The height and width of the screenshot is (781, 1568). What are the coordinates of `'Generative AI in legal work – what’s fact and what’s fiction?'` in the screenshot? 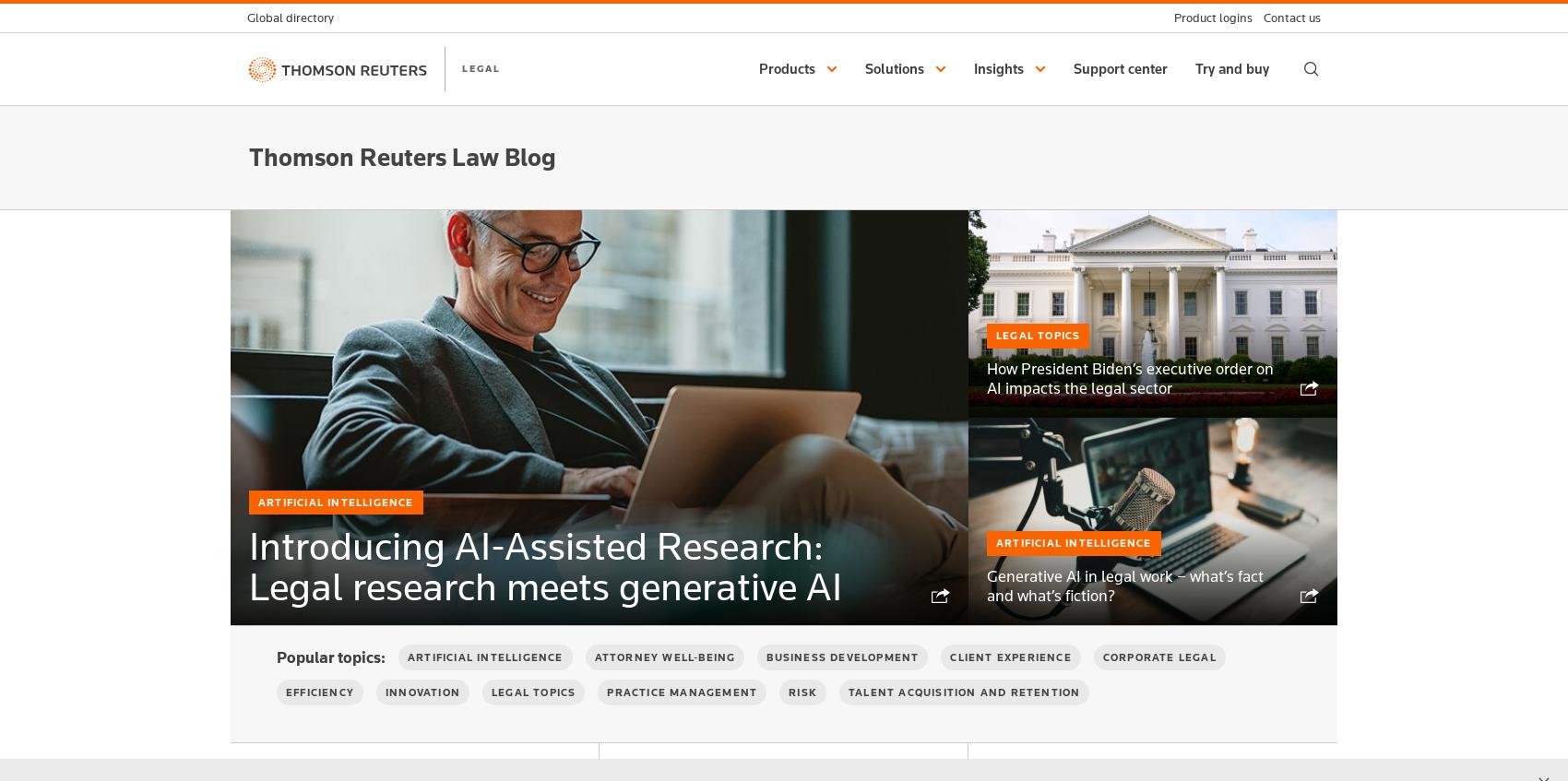 It's located at (1123, 584).